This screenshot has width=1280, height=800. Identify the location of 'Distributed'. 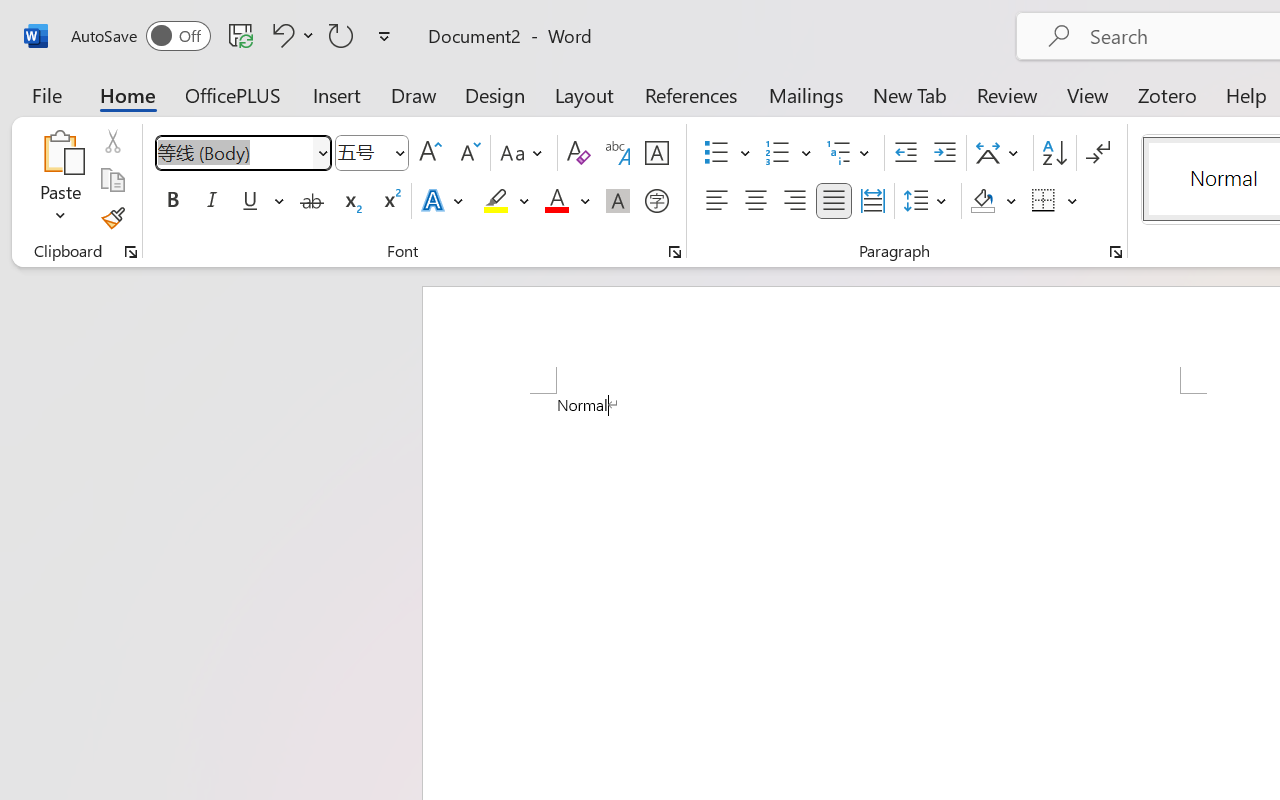
(872, 201).